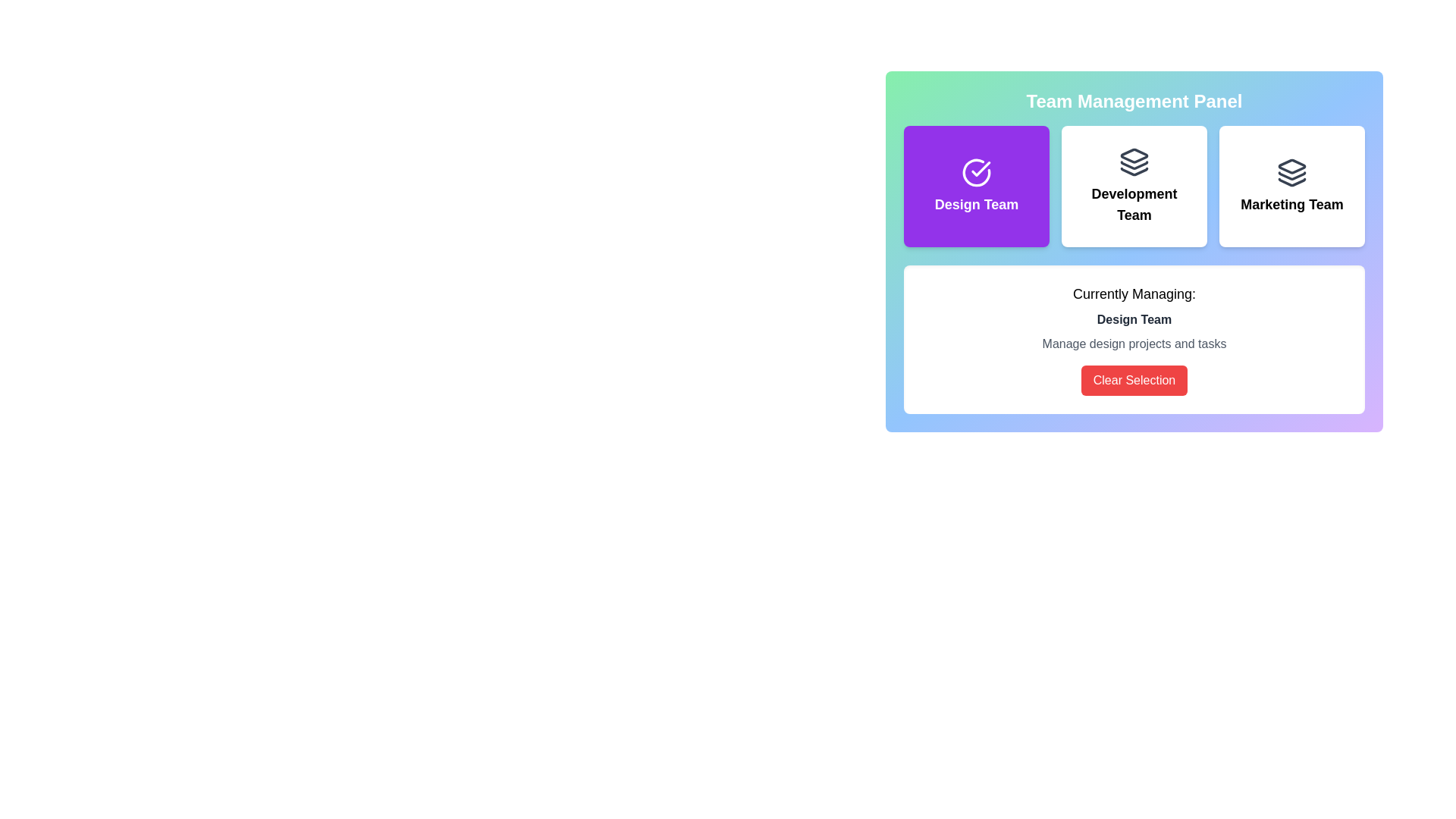 The width and height of the screenshot is (1456, 819). Describe the element at coordinates (1291, 171) in the screenshot. I see `the icon resembling stacked layers in dark gray color above the 'Marketing Team' label` at that location.